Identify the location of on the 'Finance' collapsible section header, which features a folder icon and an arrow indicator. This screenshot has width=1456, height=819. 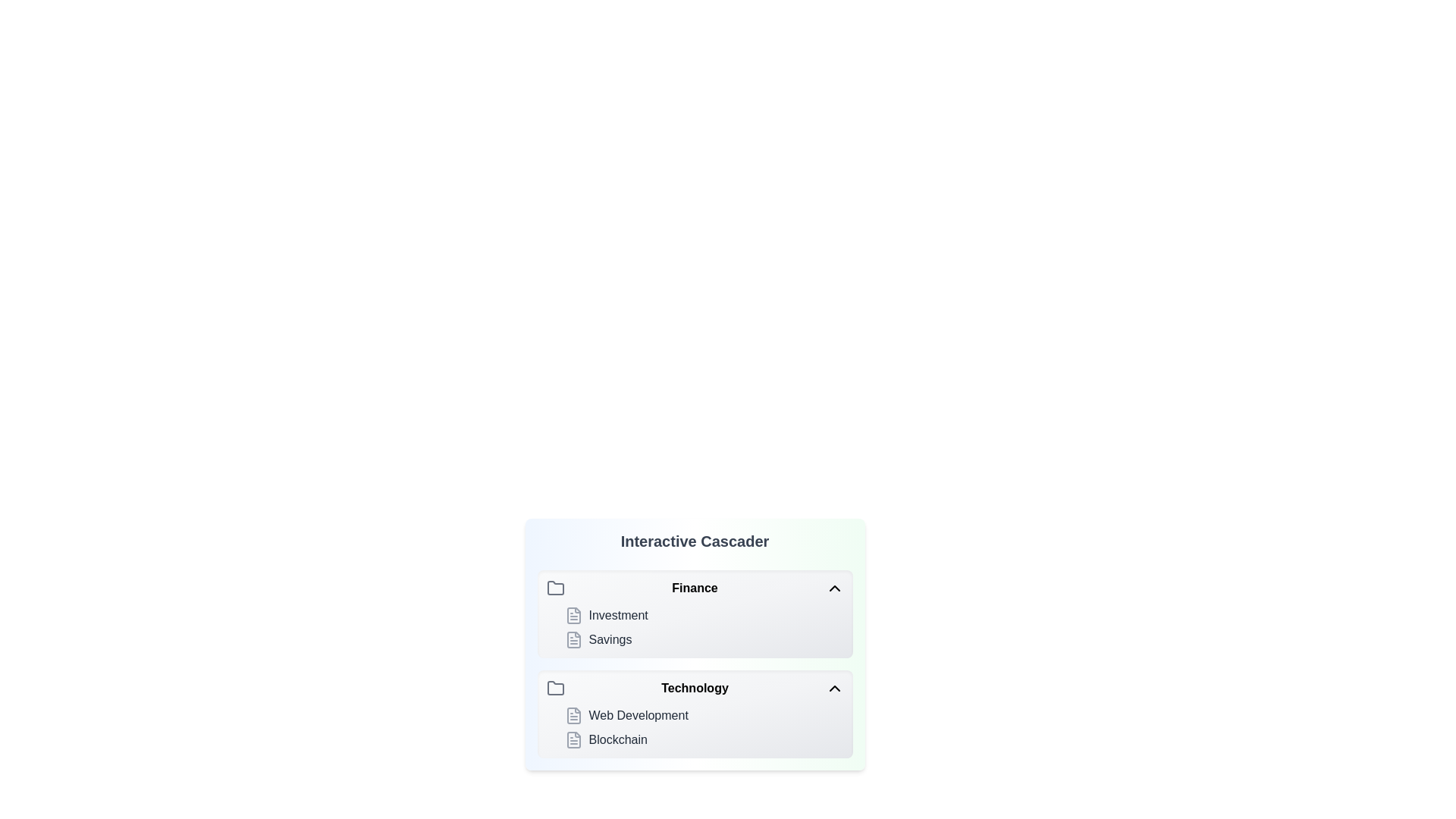
(694, 587).